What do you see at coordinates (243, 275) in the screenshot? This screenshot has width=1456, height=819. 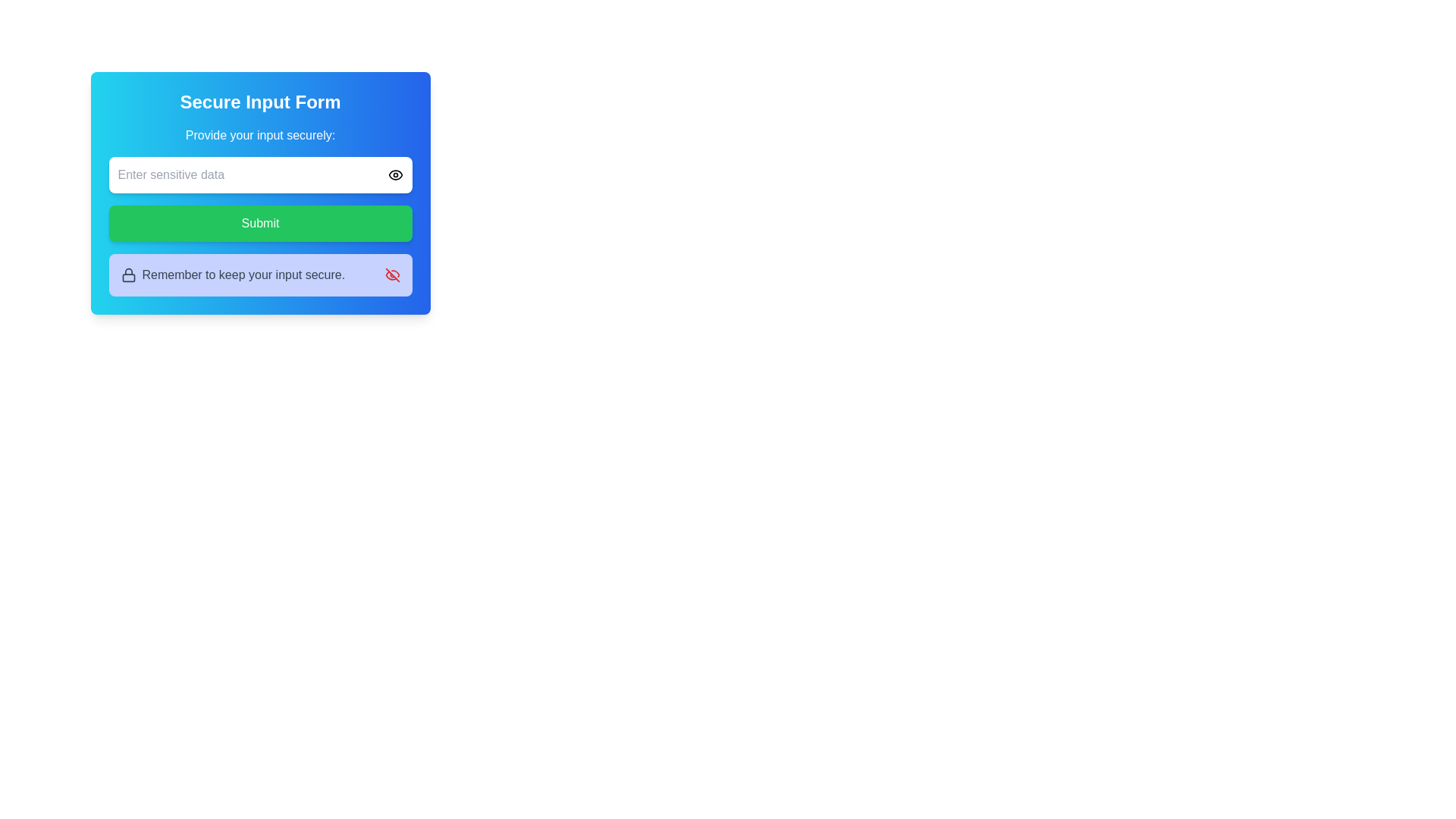 I see `the text element displaying the message 'Remember to keep your input secure,' which is styled with a light blue background and dark gray font, located below the green 'Submit' button and between a lock icon and a red interactive icon` at bounding box center [243, 275].